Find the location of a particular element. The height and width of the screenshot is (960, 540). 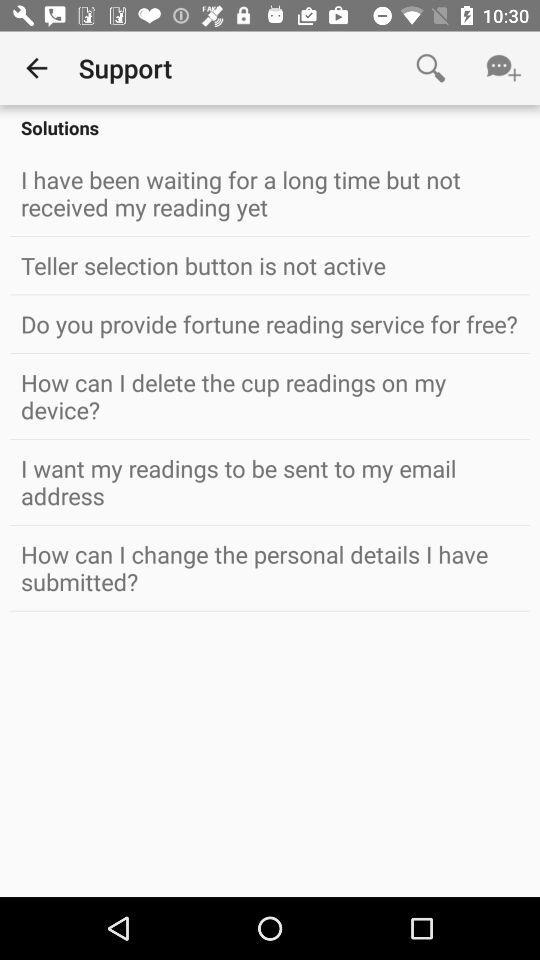

item to the left of the support is located at coordinates (36, 68).